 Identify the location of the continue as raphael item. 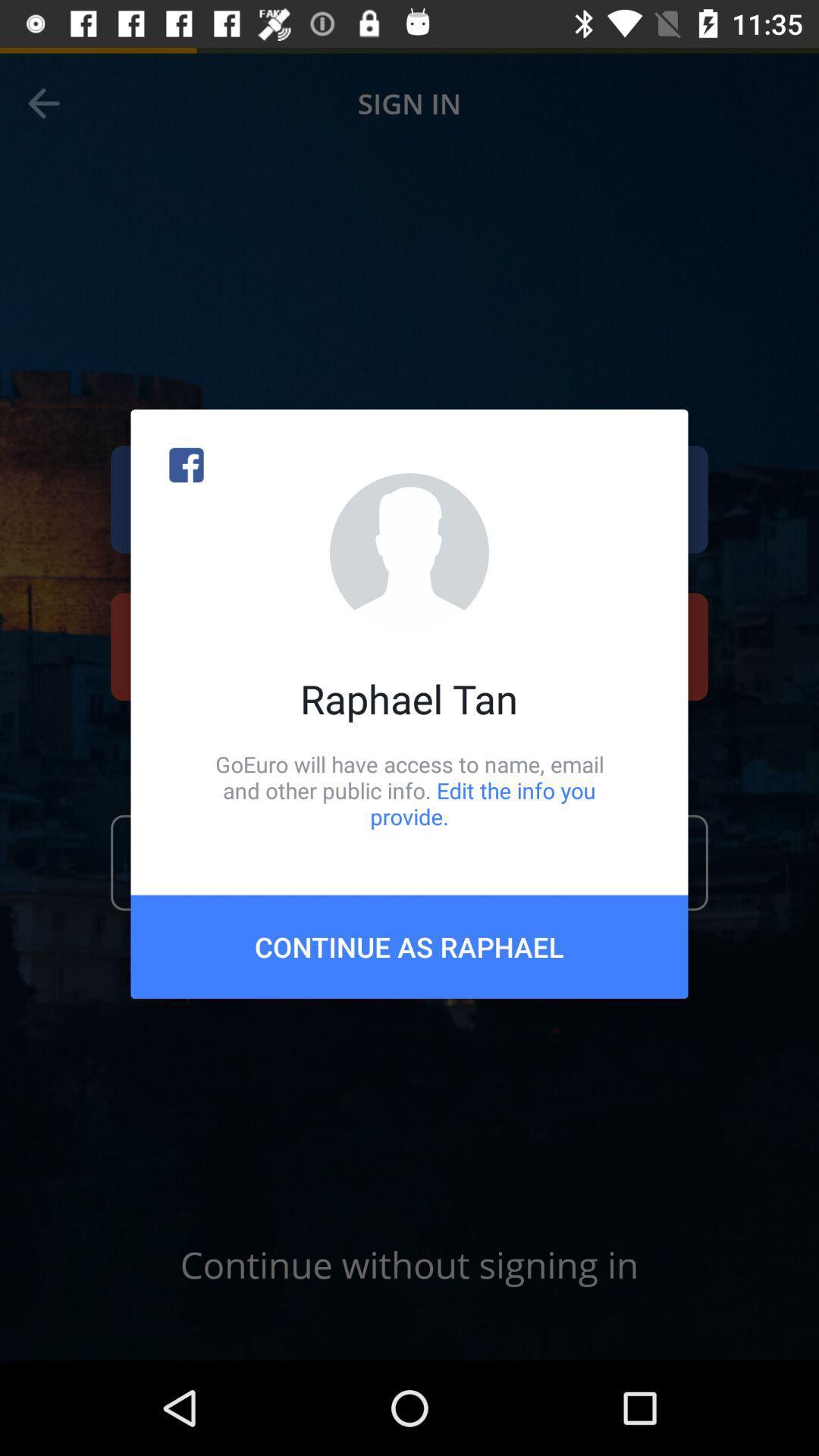
(409, 946).